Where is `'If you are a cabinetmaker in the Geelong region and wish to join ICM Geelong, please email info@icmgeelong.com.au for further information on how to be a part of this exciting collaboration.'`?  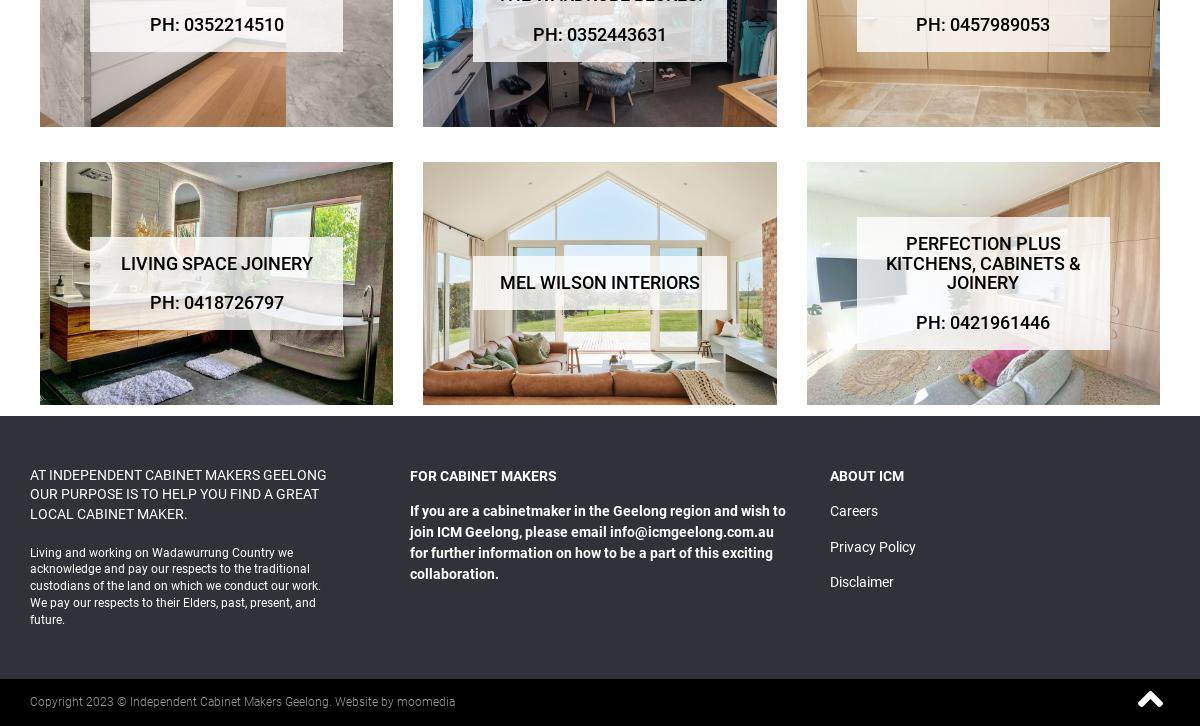 'If you are a cabinetmaker in the Geelong region and wish to join ICM Geelong, please email info@icmgeelong.com.au for further information on how to be a part of this exciting collaboration.' is located at coordinates (596, 542).